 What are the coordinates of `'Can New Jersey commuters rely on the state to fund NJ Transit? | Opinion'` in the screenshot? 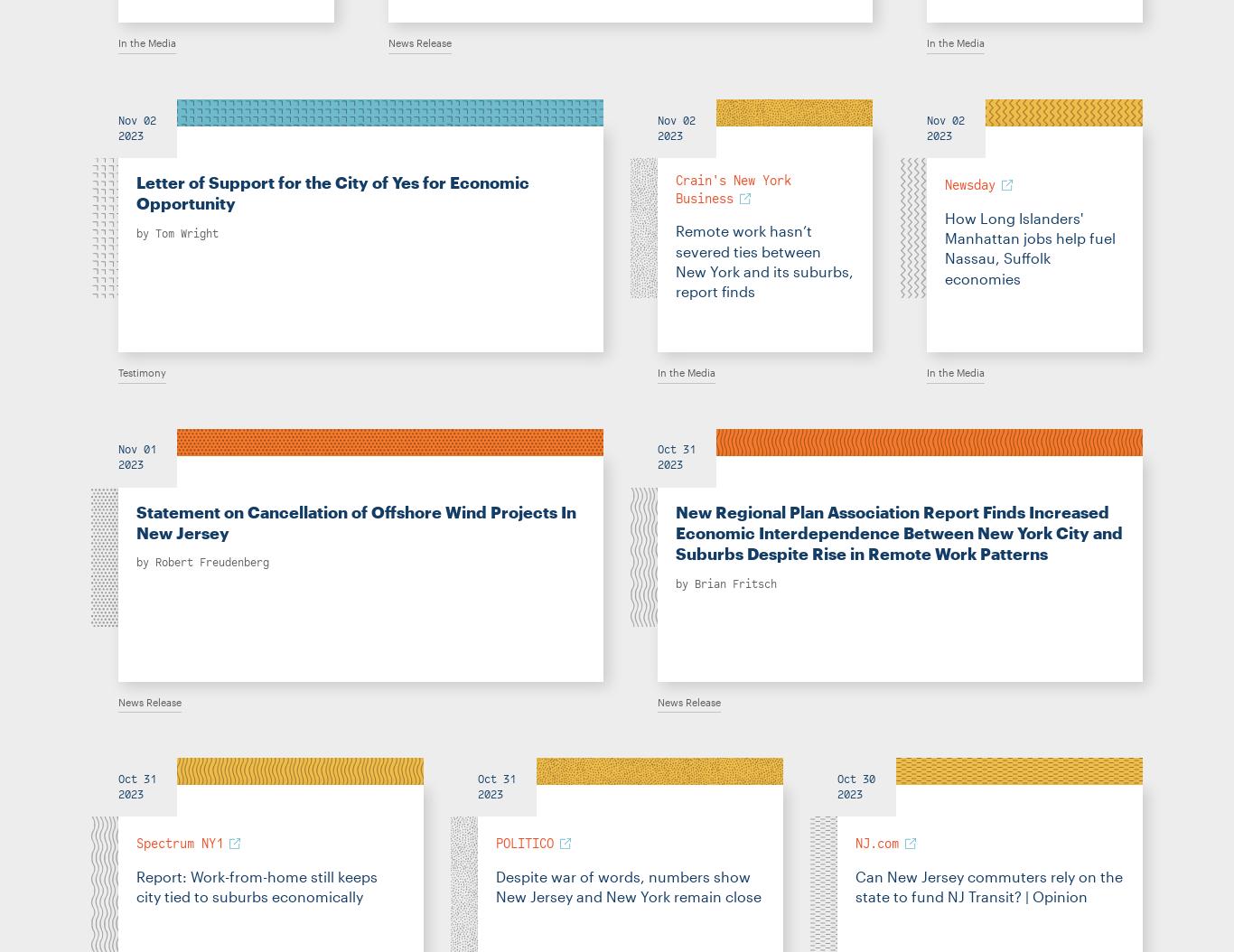 It's located at (854, 885).